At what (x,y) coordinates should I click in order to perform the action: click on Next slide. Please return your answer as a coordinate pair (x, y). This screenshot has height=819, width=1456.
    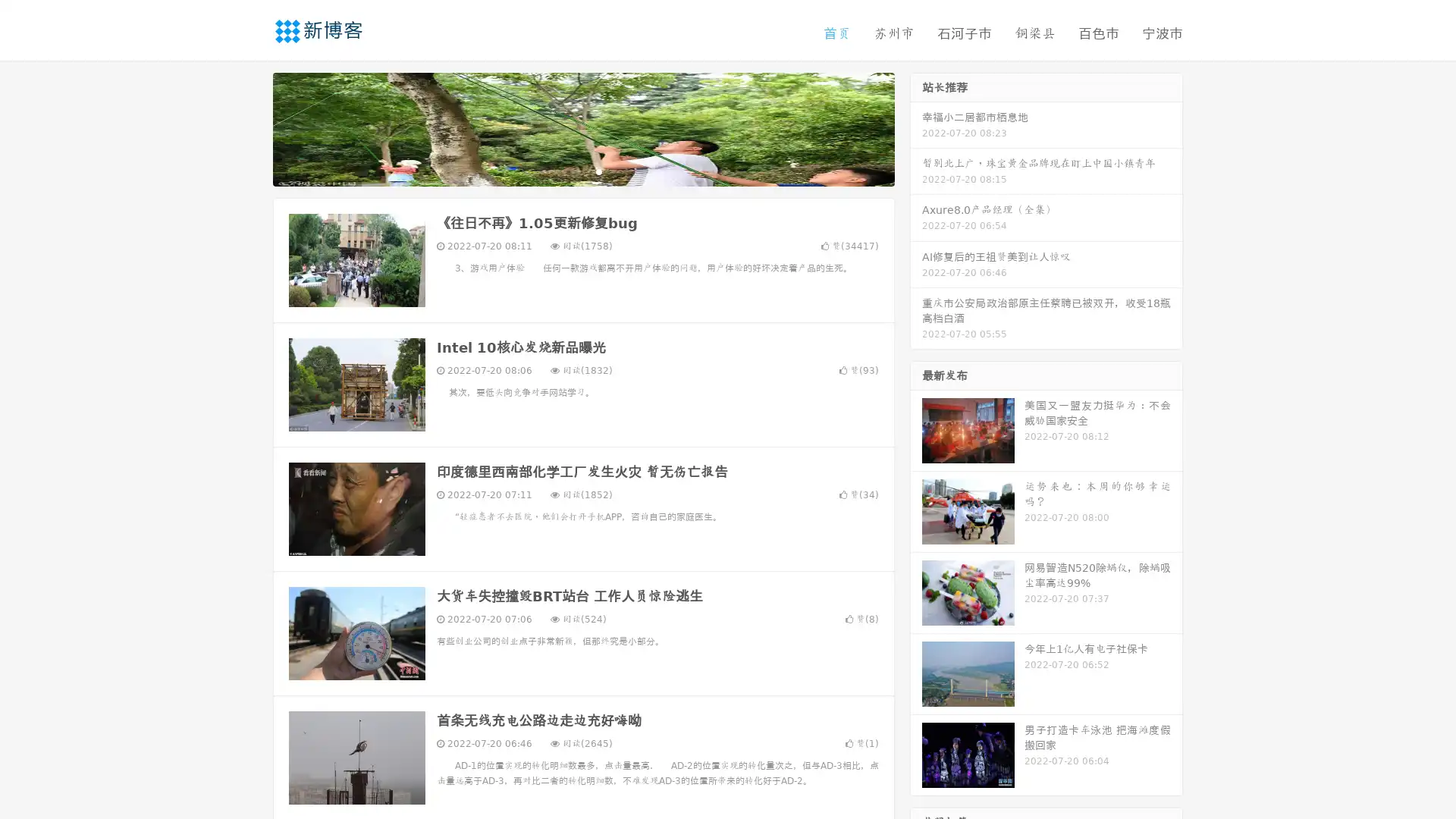
    Looking at the image, I should click on (916, 127).